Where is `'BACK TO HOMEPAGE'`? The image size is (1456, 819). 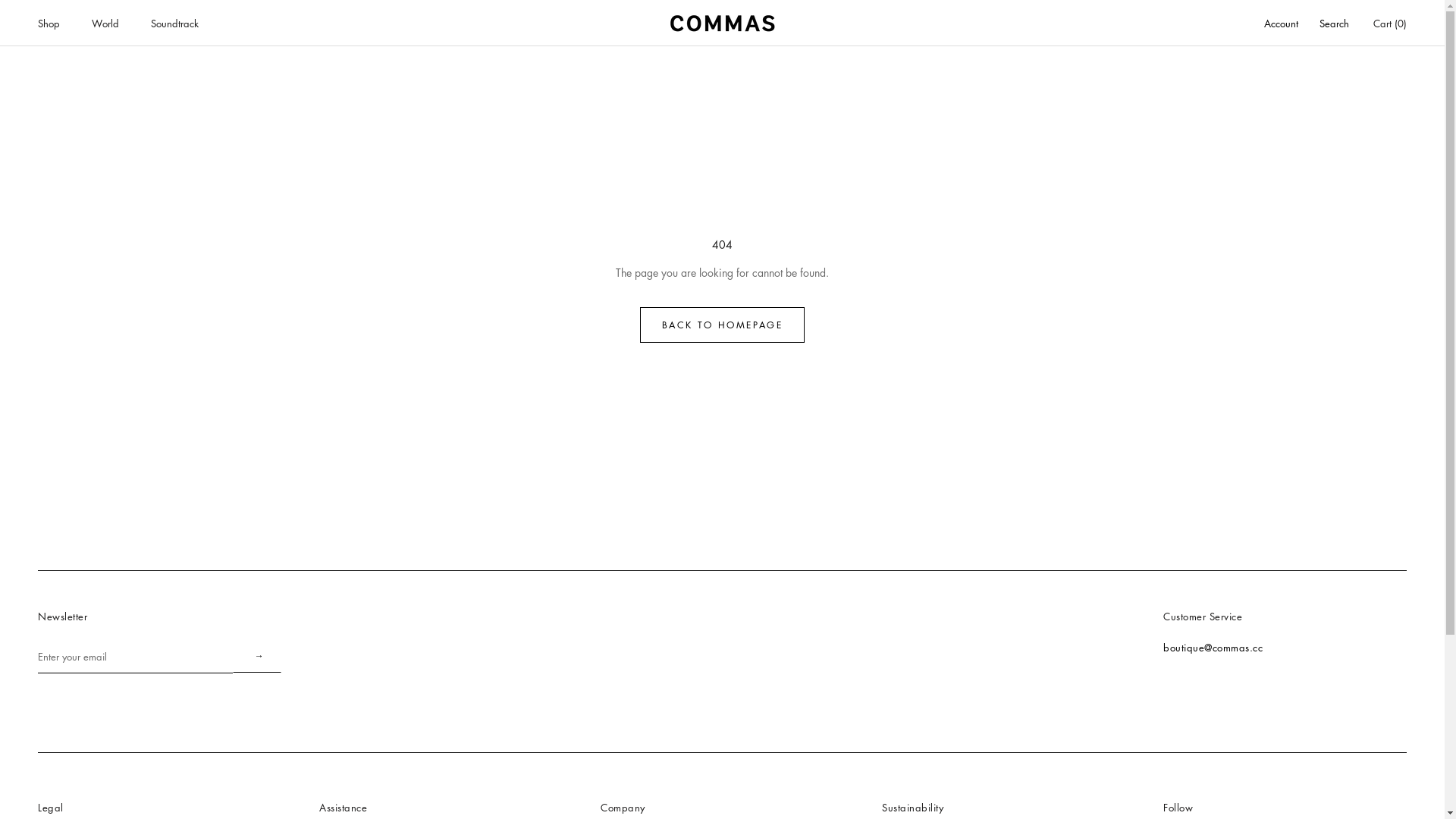
'BACK TO HOMEPAGE' is located at coordinates (721, 324).